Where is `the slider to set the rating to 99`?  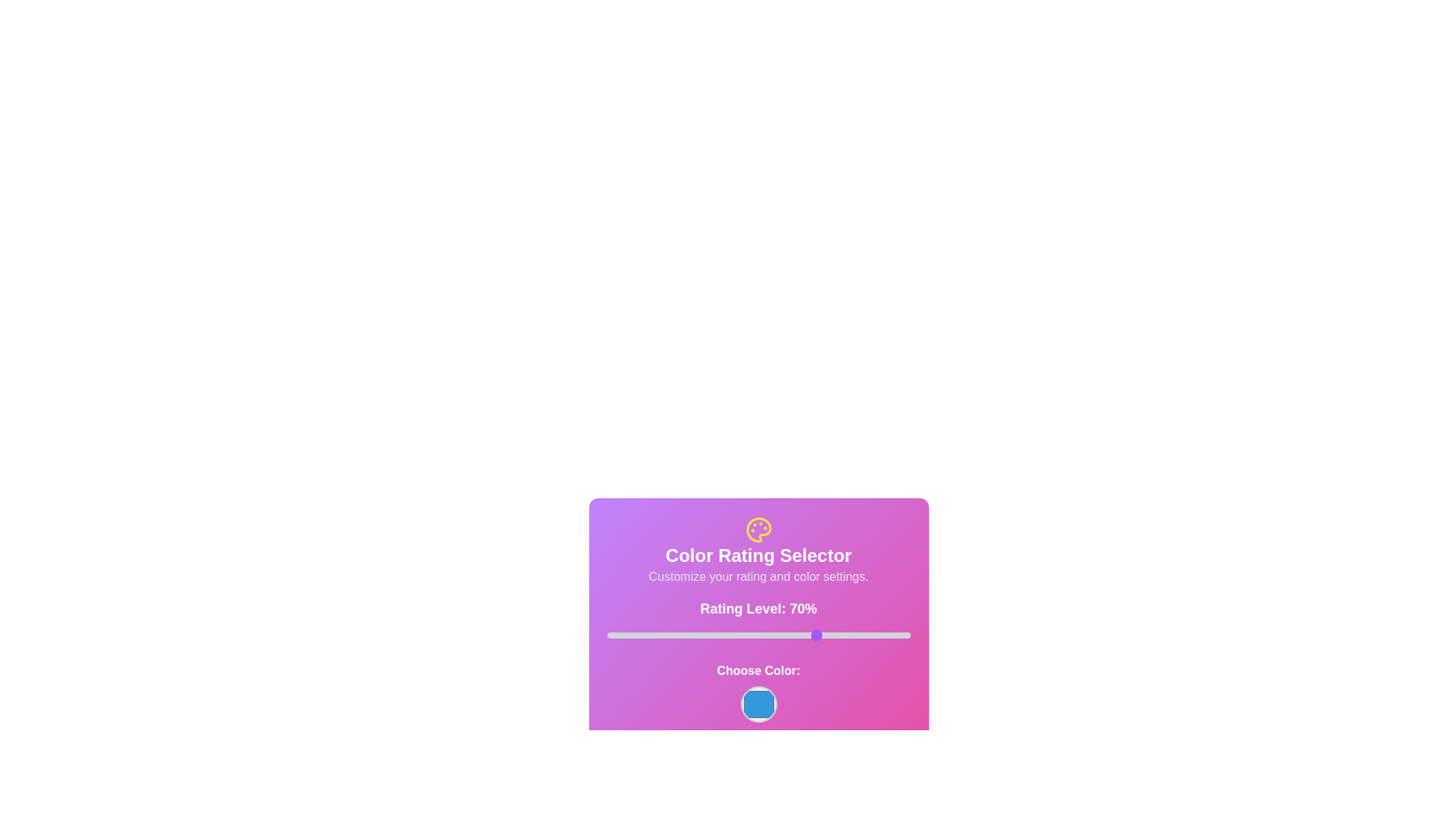
the slider to set the rating to 99 is located at coordinates (907, 635).